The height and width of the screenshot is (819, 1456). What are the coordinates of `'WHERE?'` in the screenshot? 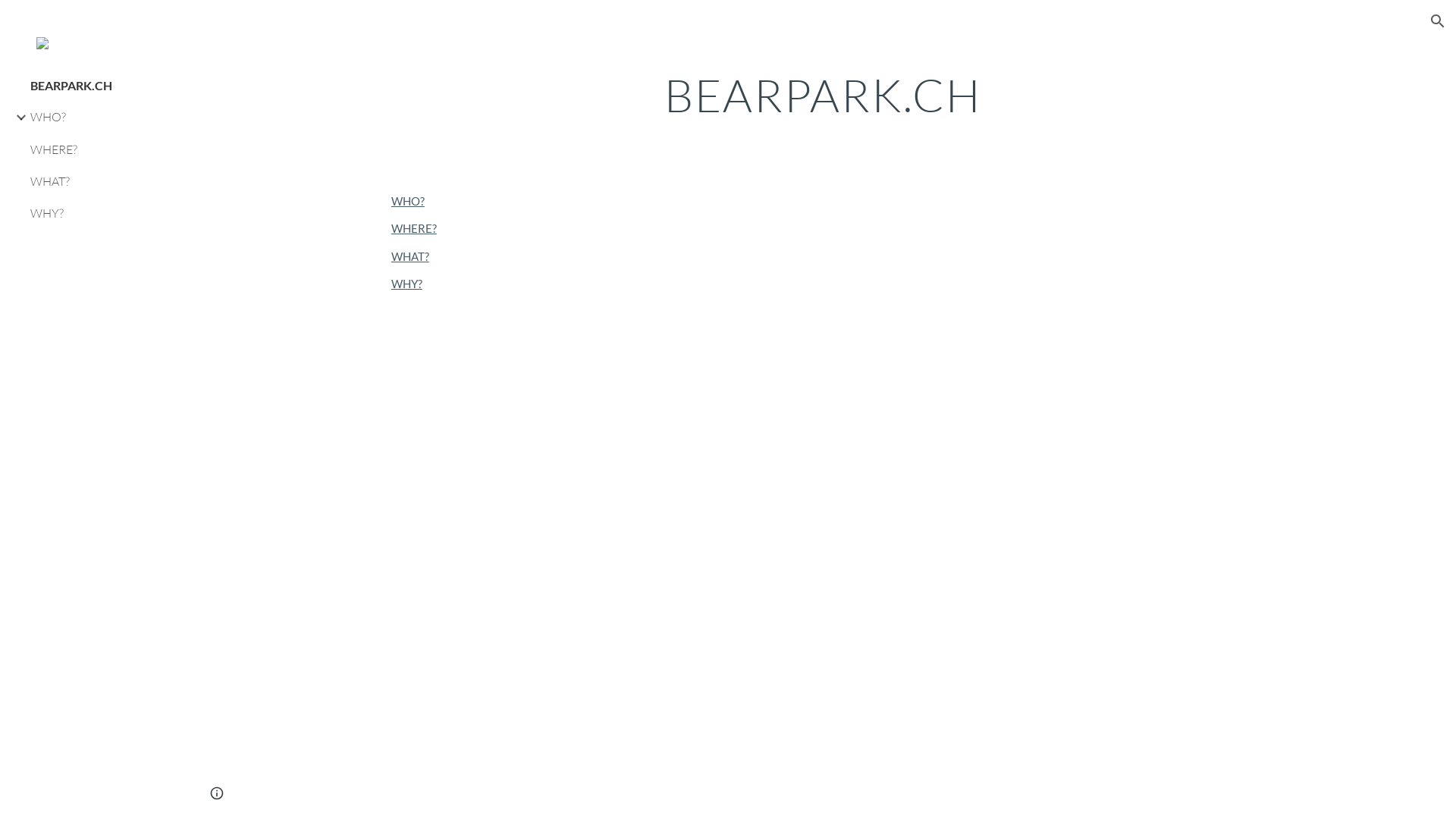 It's located at (27, 149).